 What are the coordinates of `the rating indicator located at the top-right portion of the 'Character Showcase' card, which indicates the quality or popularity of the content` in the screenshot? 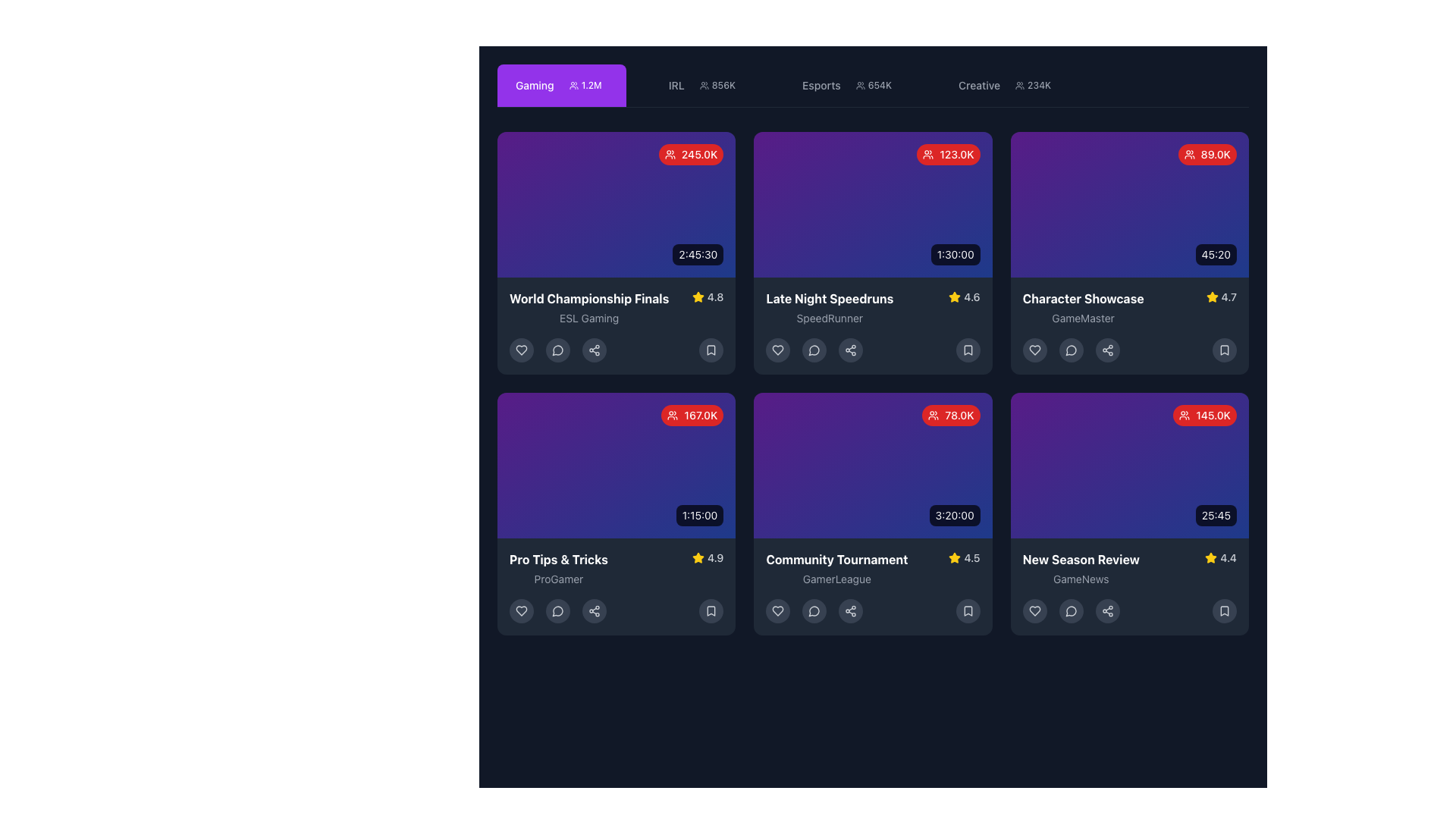 It's located at (1221, 297).